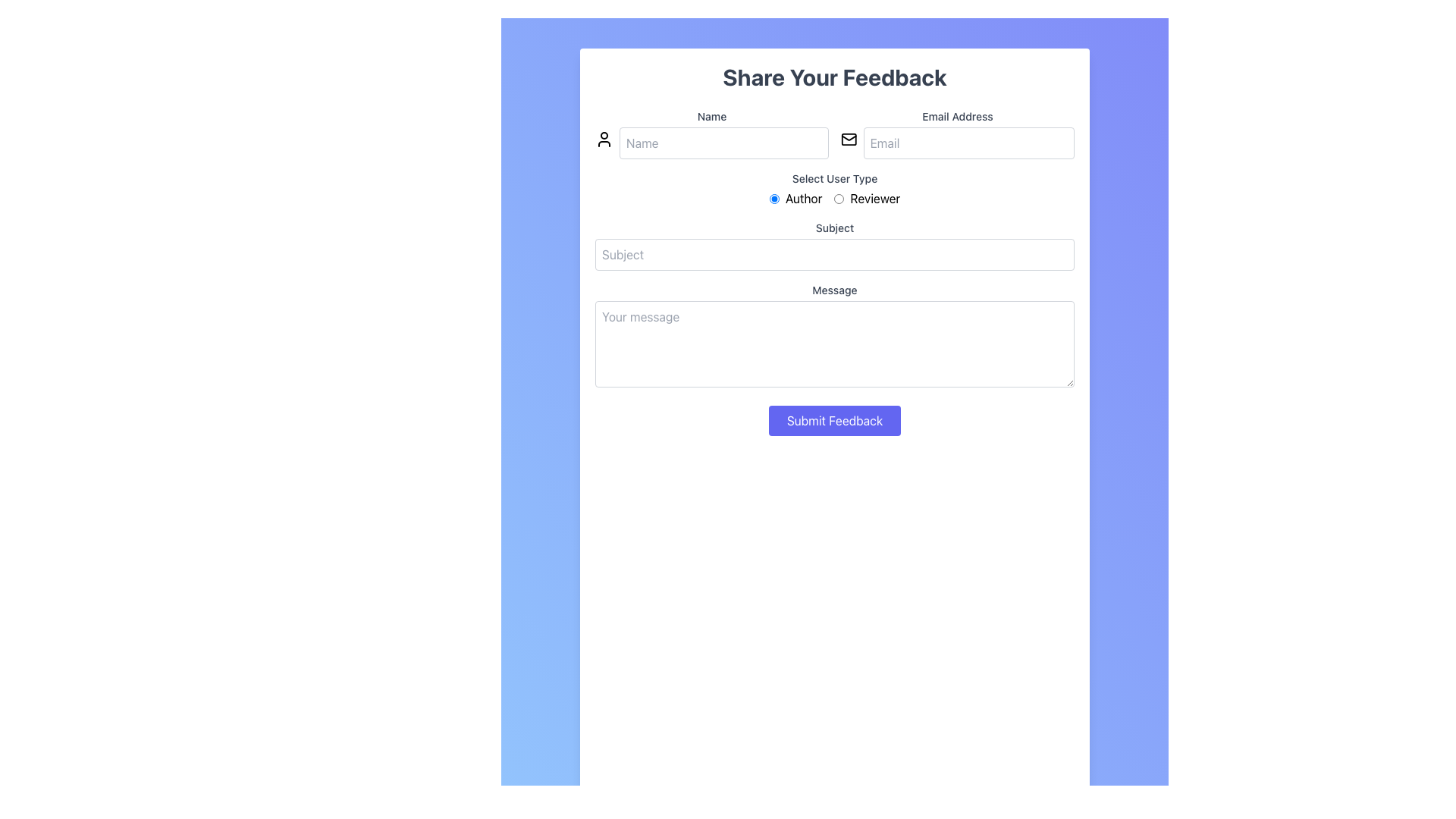  I want to click on the label associated with the radio button for selecting the 'Author' user type, positioned to the right of the radio button under the 'Select User Type' heading, so click(795, 198).